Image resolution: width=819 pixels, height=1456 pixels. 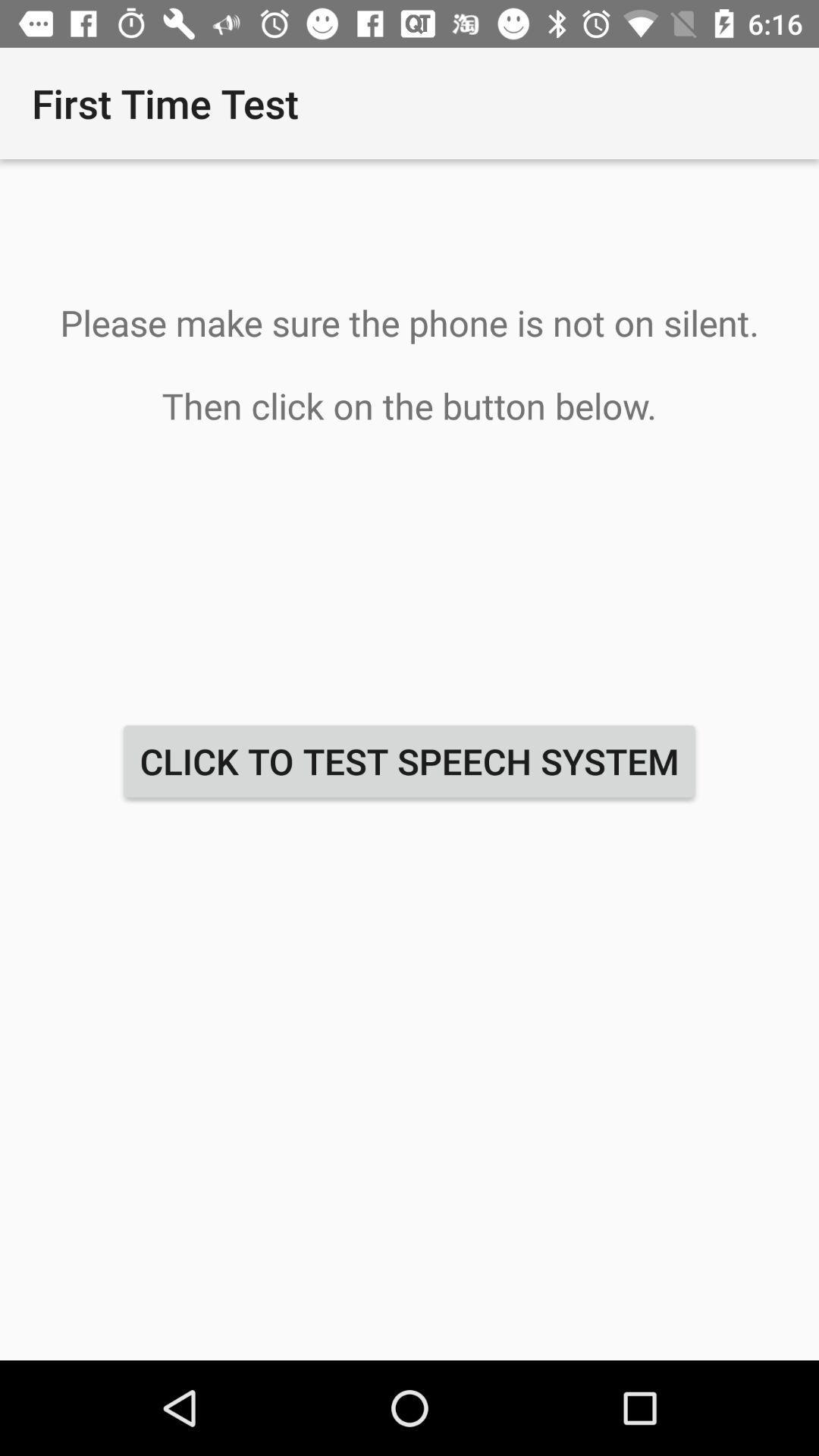 What do you see at coordinates (409, 761) in the screenshot?
I see `click to test item` at bounding box center [409, 761].